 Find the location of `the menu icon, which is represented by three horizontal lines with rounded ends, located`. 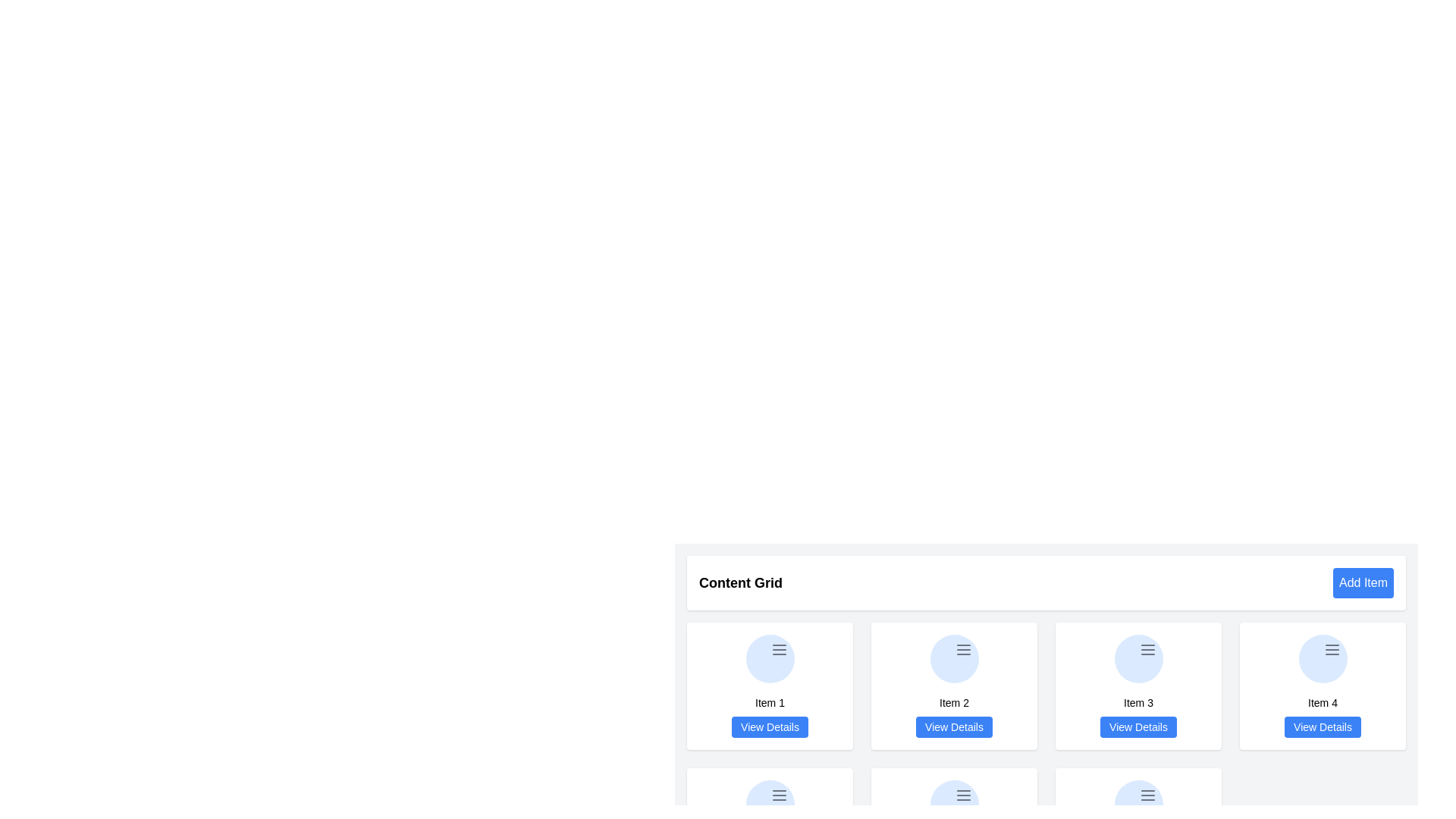

the menu icon, which is represented by three horizontal lines with rounded ends, located is located at coordinates (779, 648).